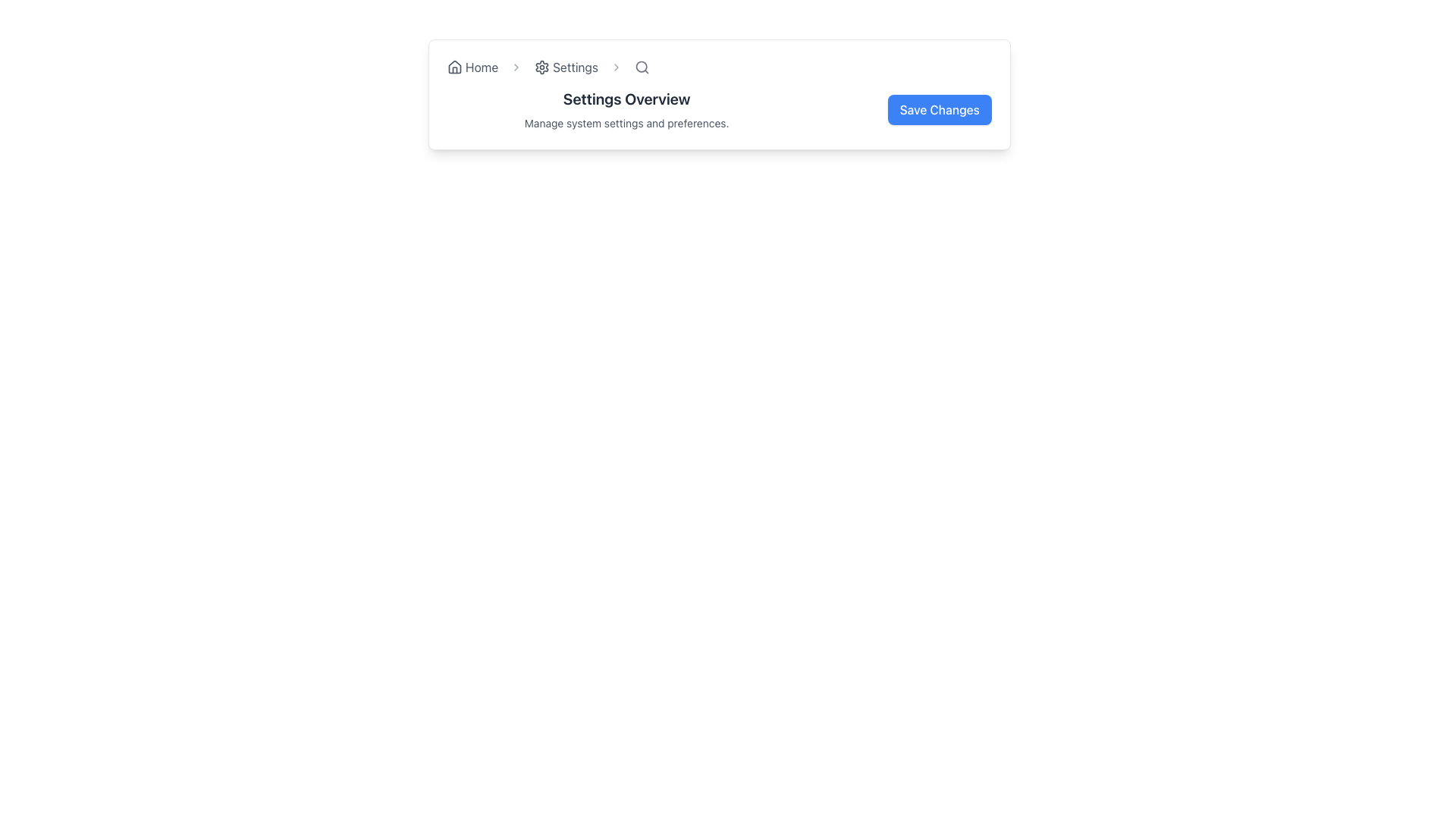  What do you see at coordinates (566, 66) in the screenshot?
I see `the 'Settings' hyperlink in the navigation bar` at bounding box center [566, 66].